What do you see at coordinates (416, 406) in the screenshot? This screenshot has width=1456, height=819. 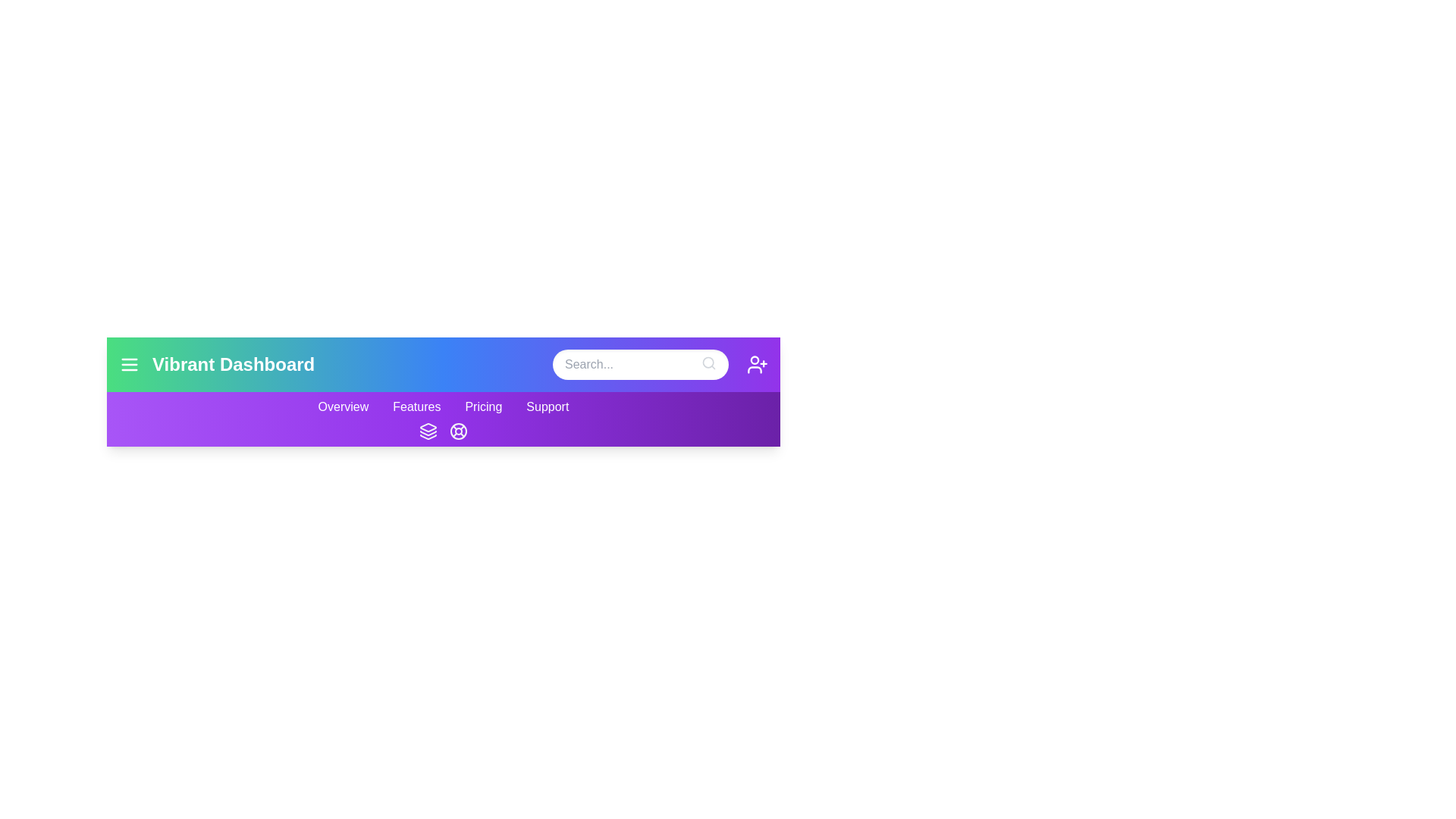 I see `the 'Features' link to navigate to the 'Features' section` at bounding box center [416, 406].